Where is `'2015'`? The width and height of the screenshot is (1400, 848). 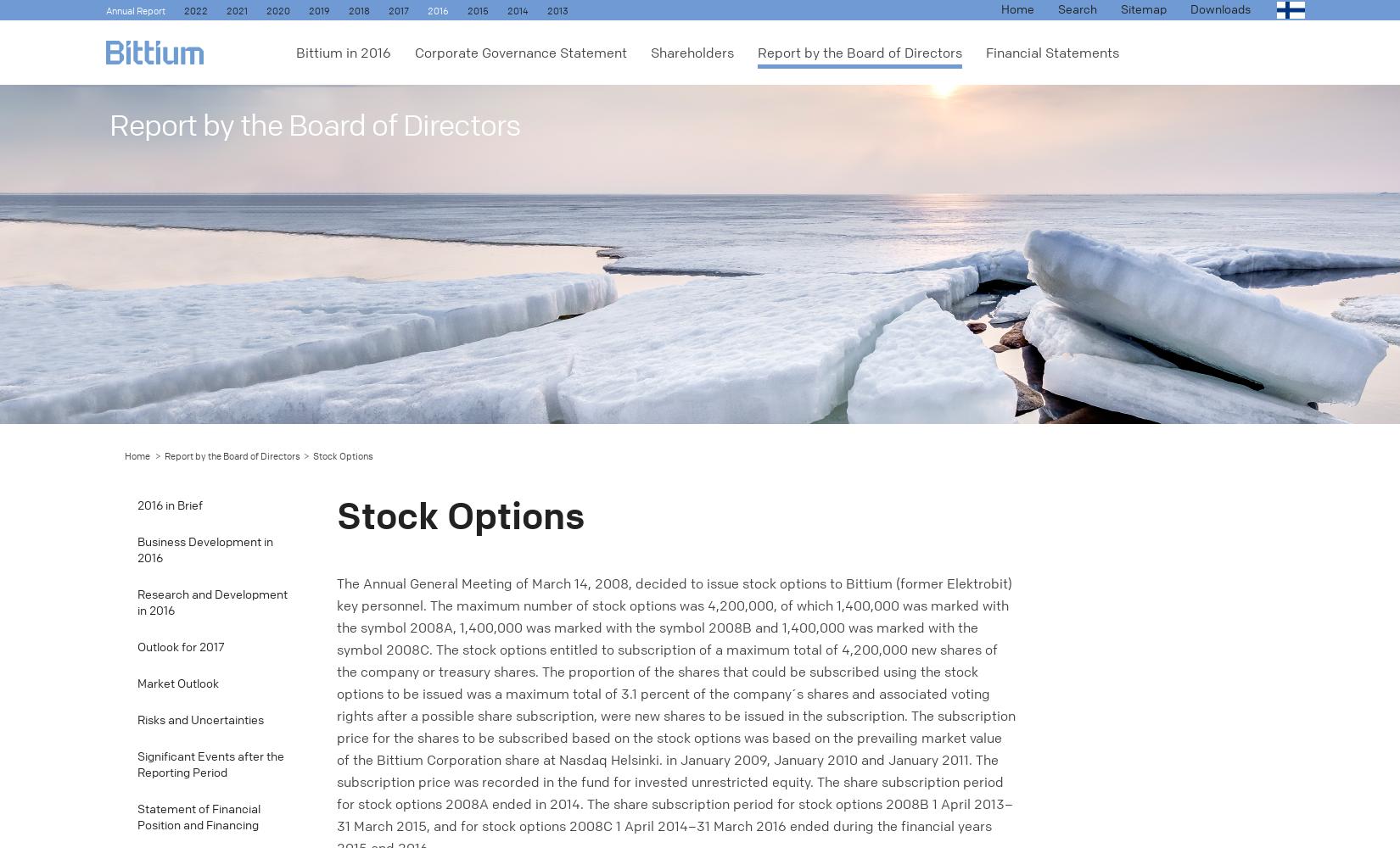
'2015' is located at coordinates (477, 11).